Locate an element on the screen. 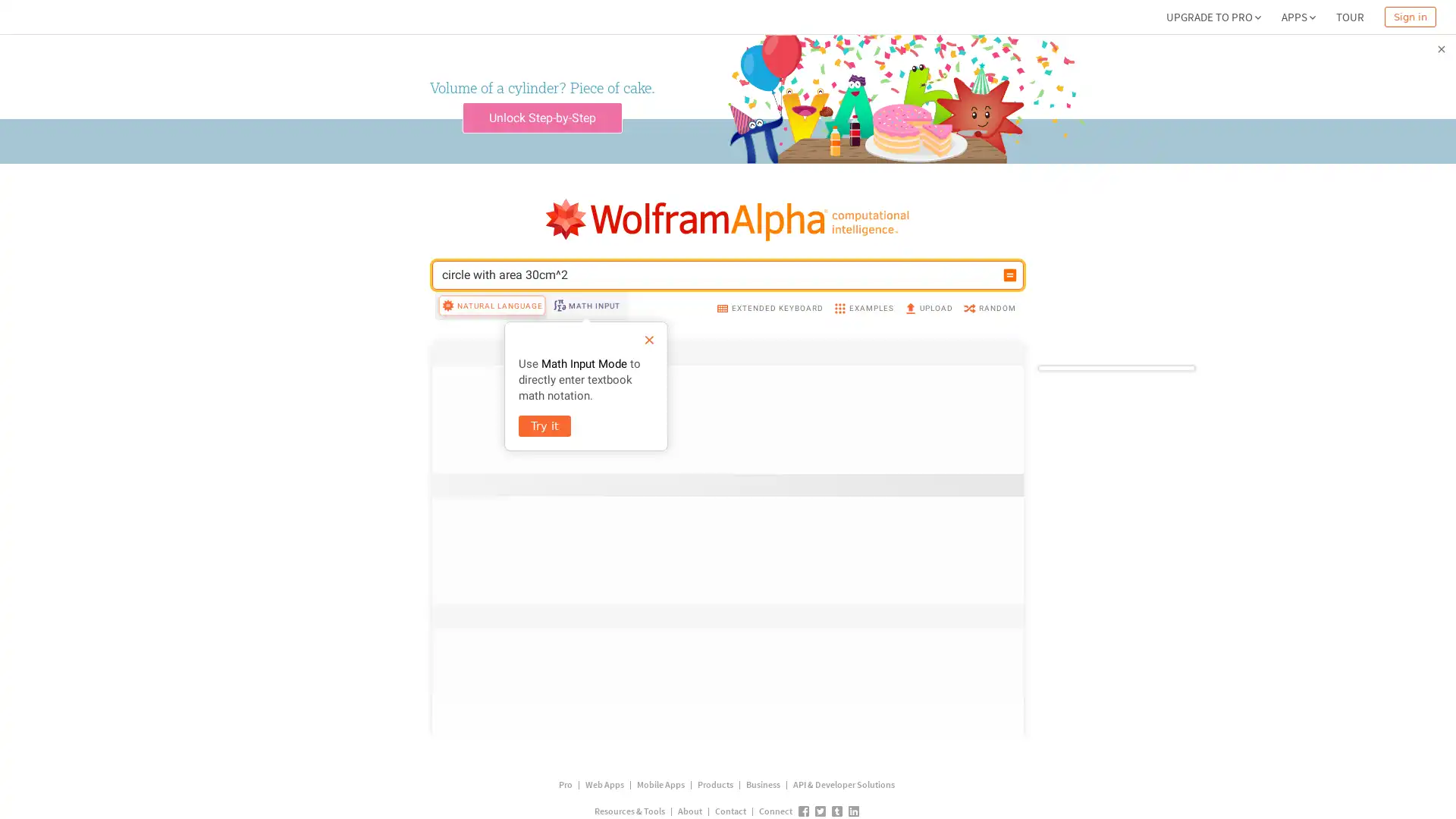 Image resolution: width=1456 pixels, height=819 pixels. More is located at coordinates (861, 694).